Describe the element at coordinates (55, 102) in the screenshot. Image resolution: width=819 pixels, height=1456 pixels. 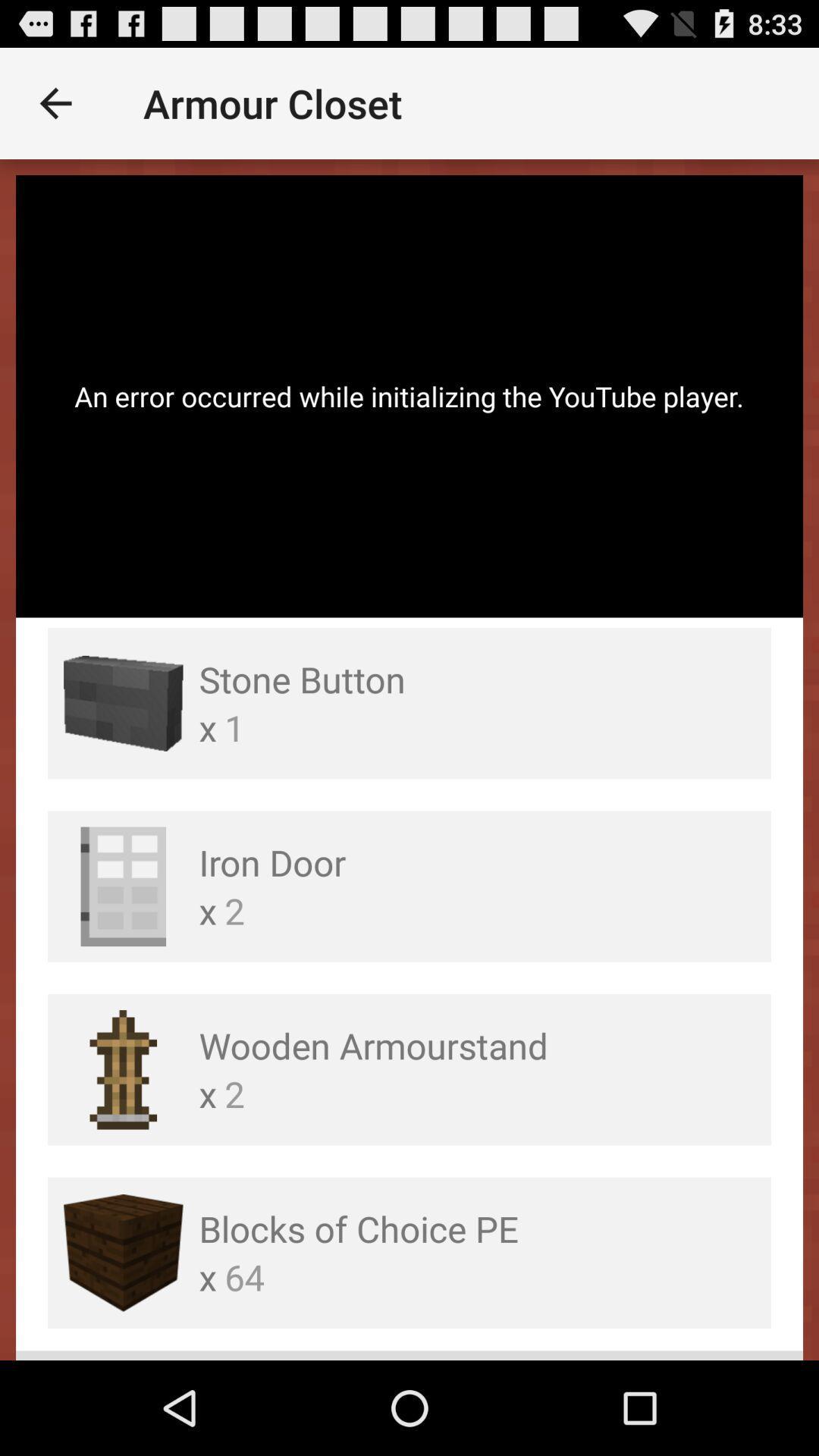
I see `the icon to the left of the armour closet item` at that location.